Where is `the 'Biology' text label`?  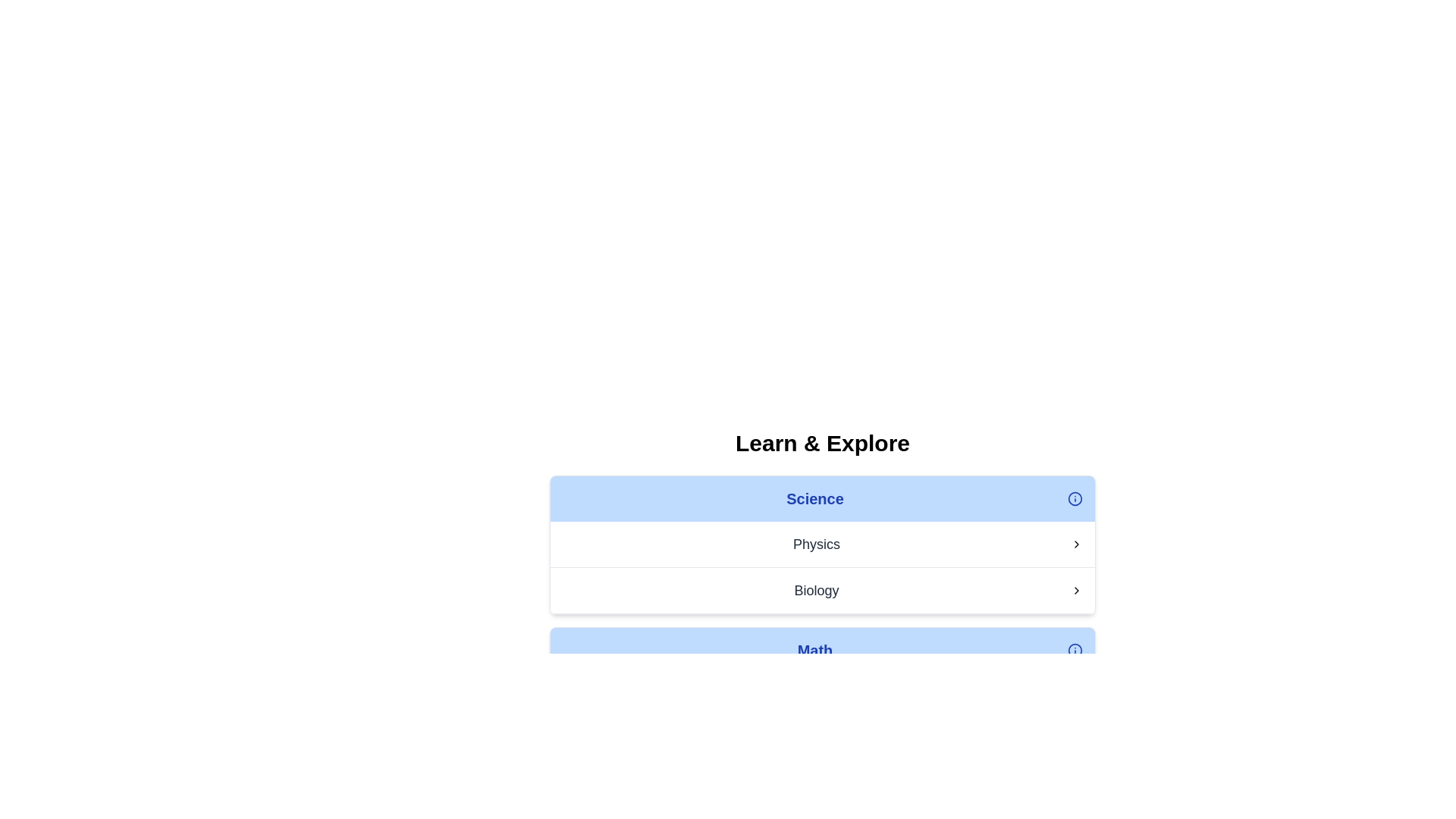
the 'Biology' text label is located at coordinates (815, 590).